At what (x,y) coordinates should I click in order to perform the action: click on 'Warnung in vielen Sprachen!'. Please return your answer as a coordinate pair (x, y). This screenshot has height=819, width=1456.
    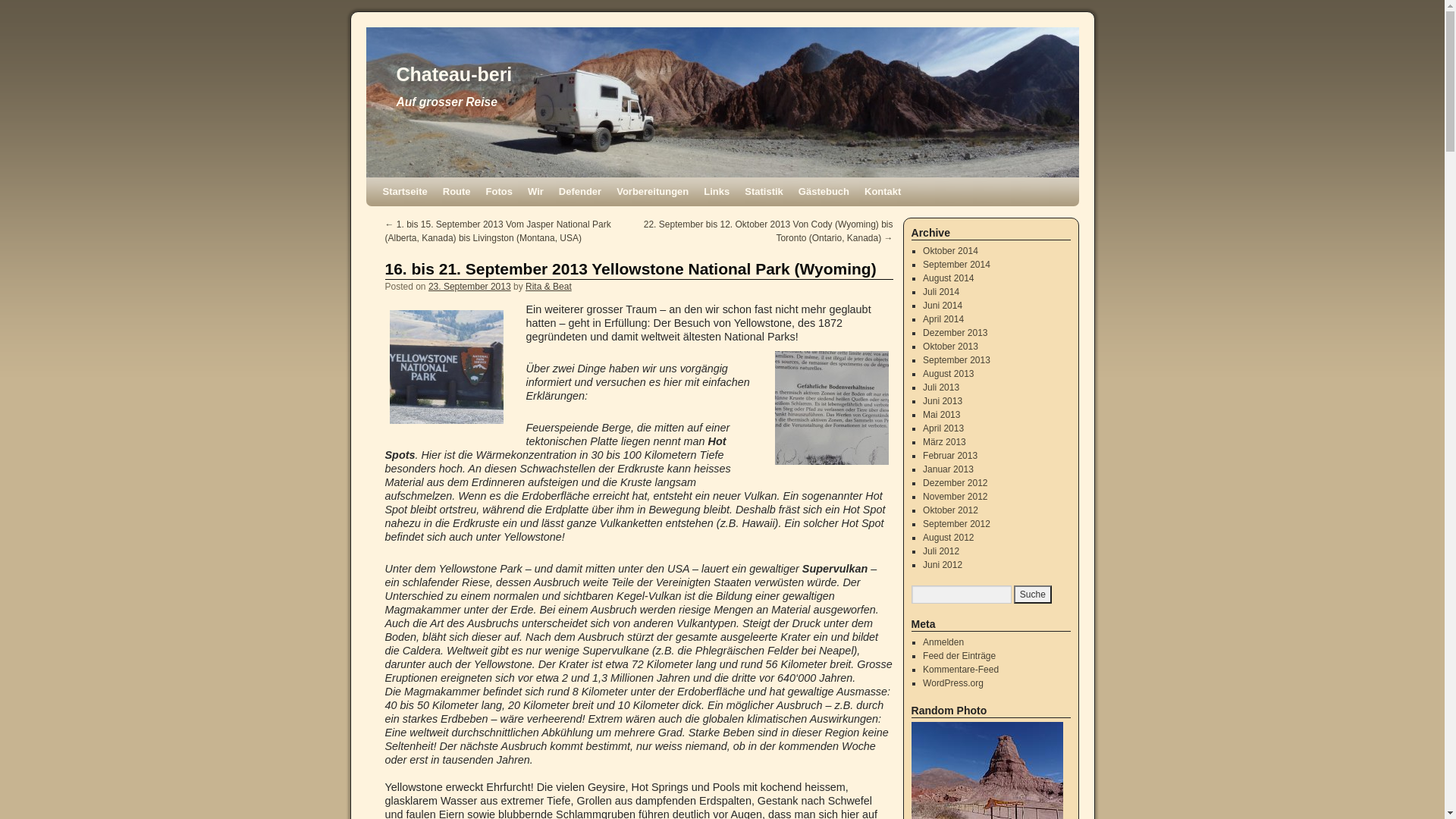
    Looking at the image, I should click on (831, 406).